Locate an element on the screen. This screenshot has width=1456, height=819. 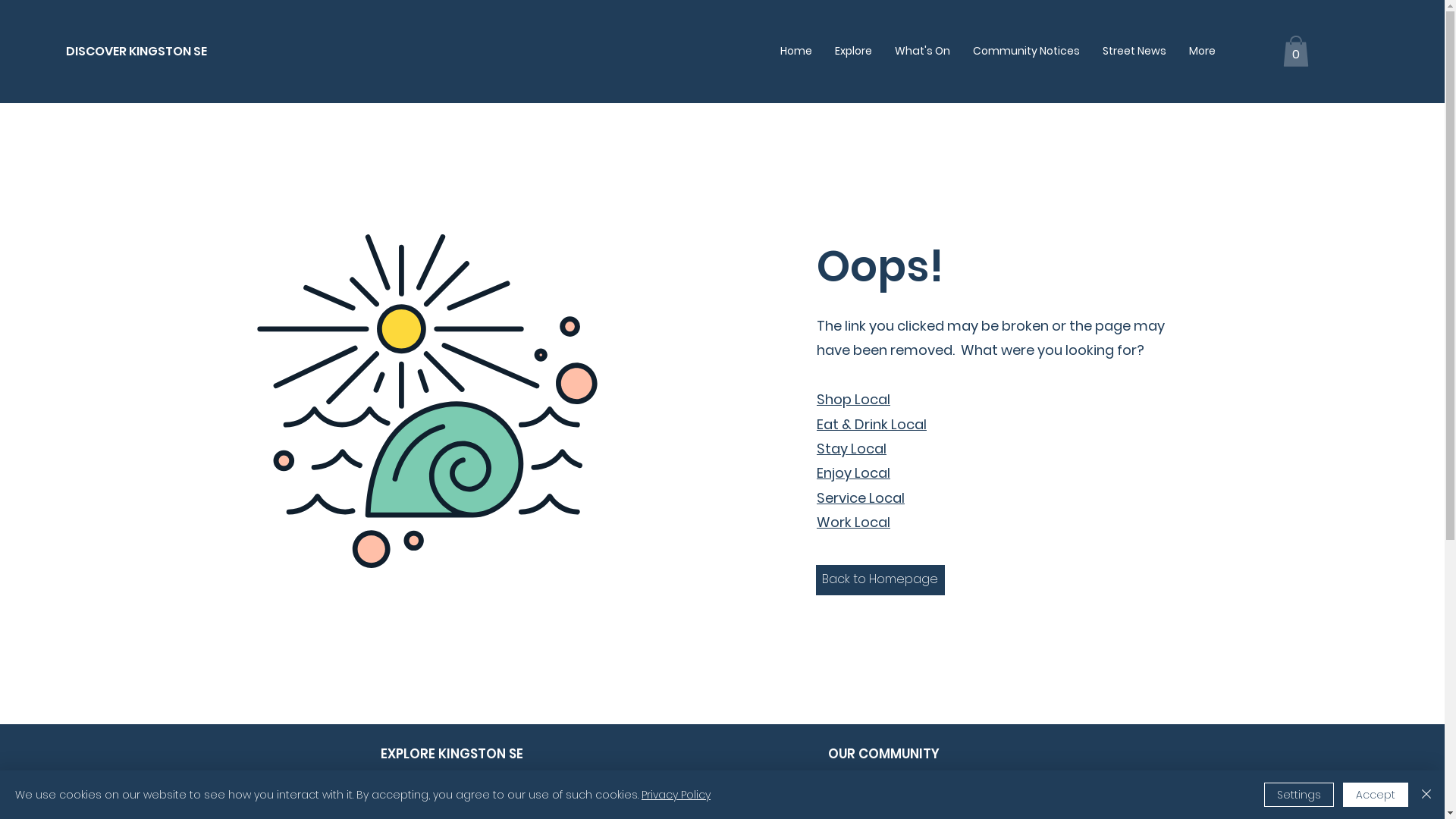
'Privacy Policy' is located at coordinates (675, 794).